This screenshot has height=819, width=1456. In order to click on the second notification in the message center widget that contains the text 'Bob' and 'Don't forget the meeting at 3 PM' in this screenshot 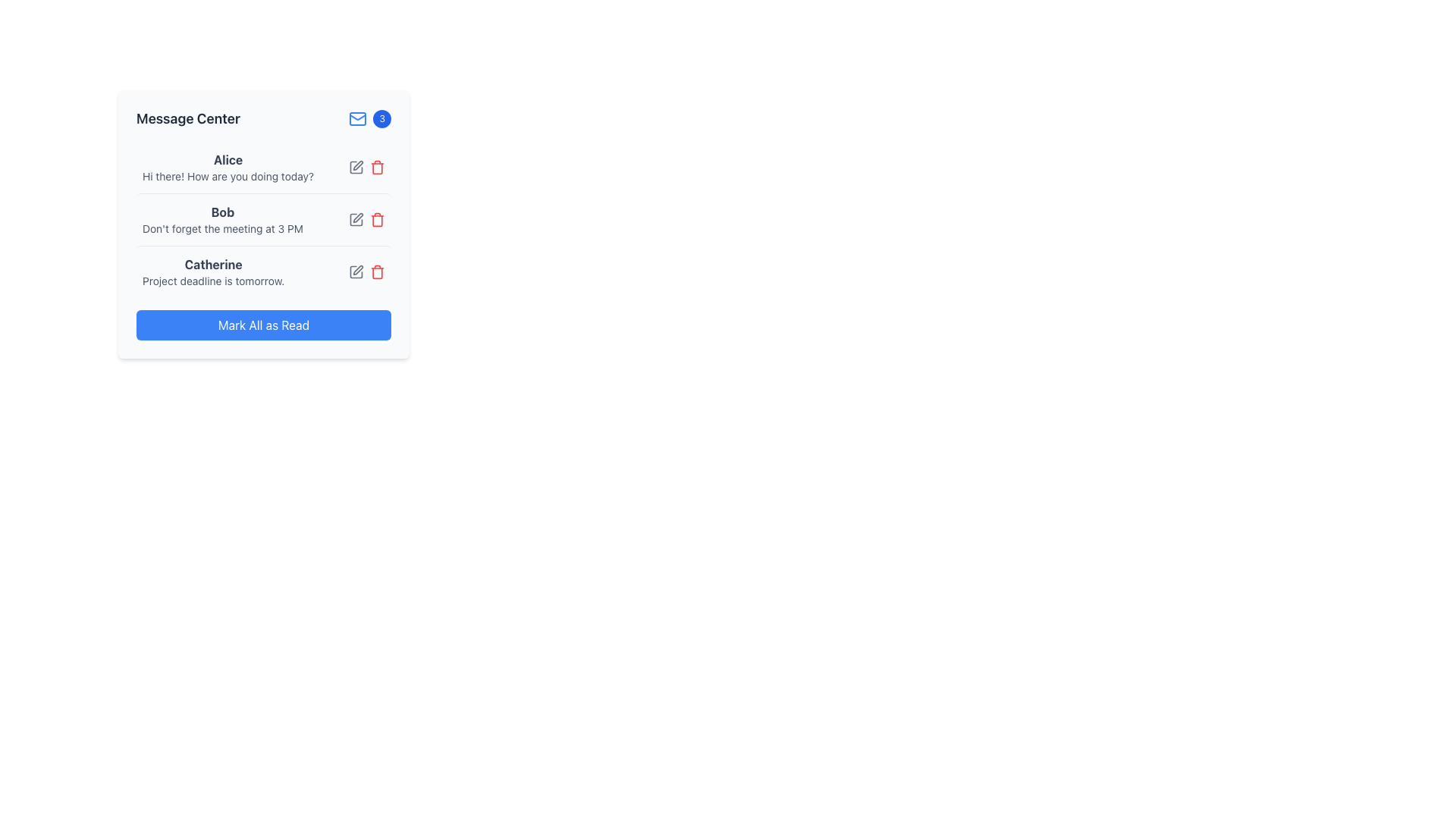, I will do `click(263, 219)`.